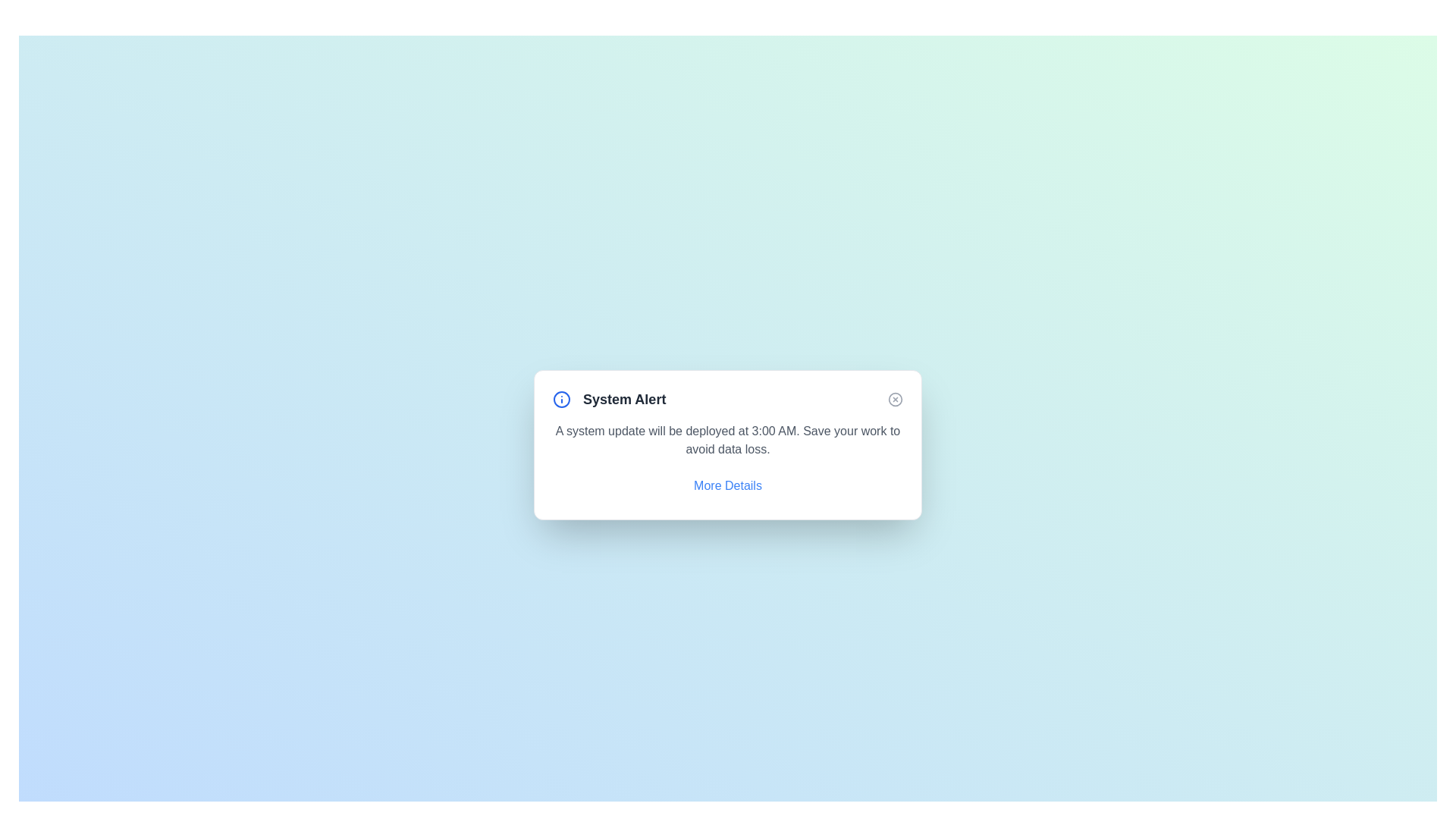 This screenshot has height=819, width=1456. What do you see at coordinates (560, 399) in the screenshot?
I see `the blue circular informational icon located to the left of the 'System Alert' text in the top-left corner of the modal dialog box` at bounding box center [560, 399].